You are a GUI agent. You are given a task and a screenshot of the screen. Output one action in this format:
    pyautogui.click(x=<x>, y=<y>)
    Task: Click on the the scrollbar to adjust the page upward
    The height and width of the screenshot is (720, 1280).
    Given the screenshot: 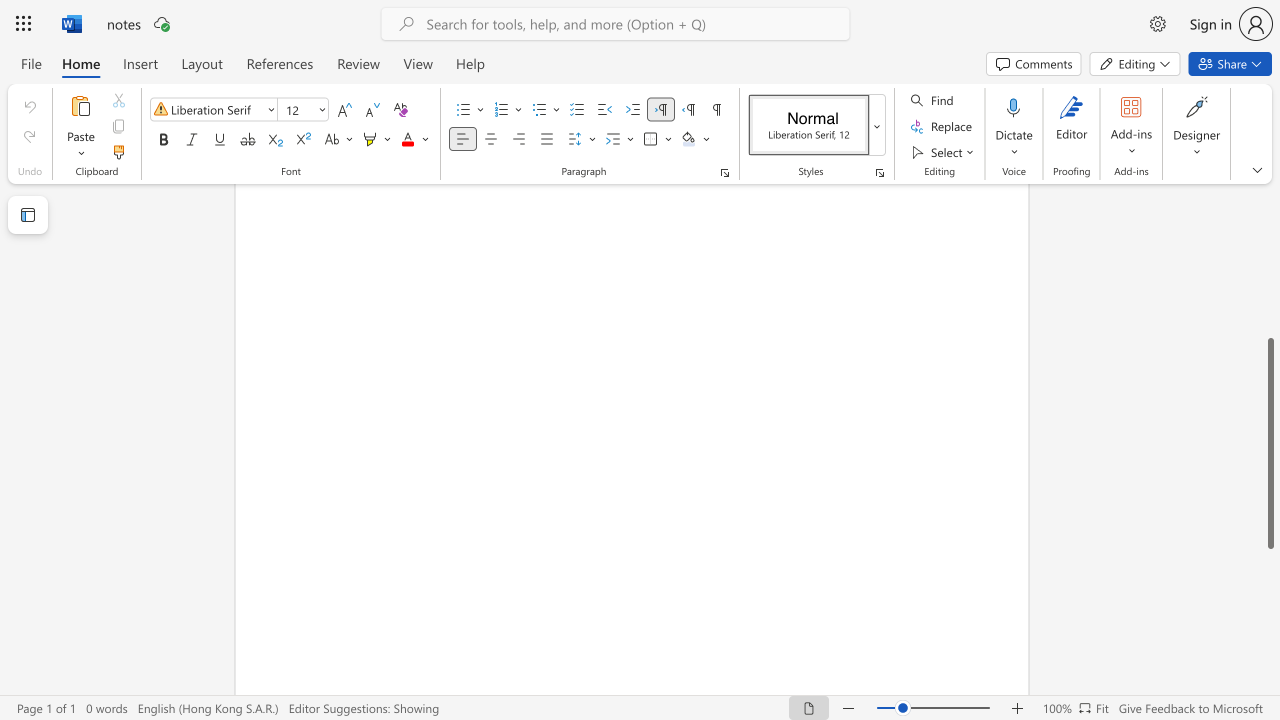 What is the action you would take?
    pyautogui.click(x=1269, y=228)
    